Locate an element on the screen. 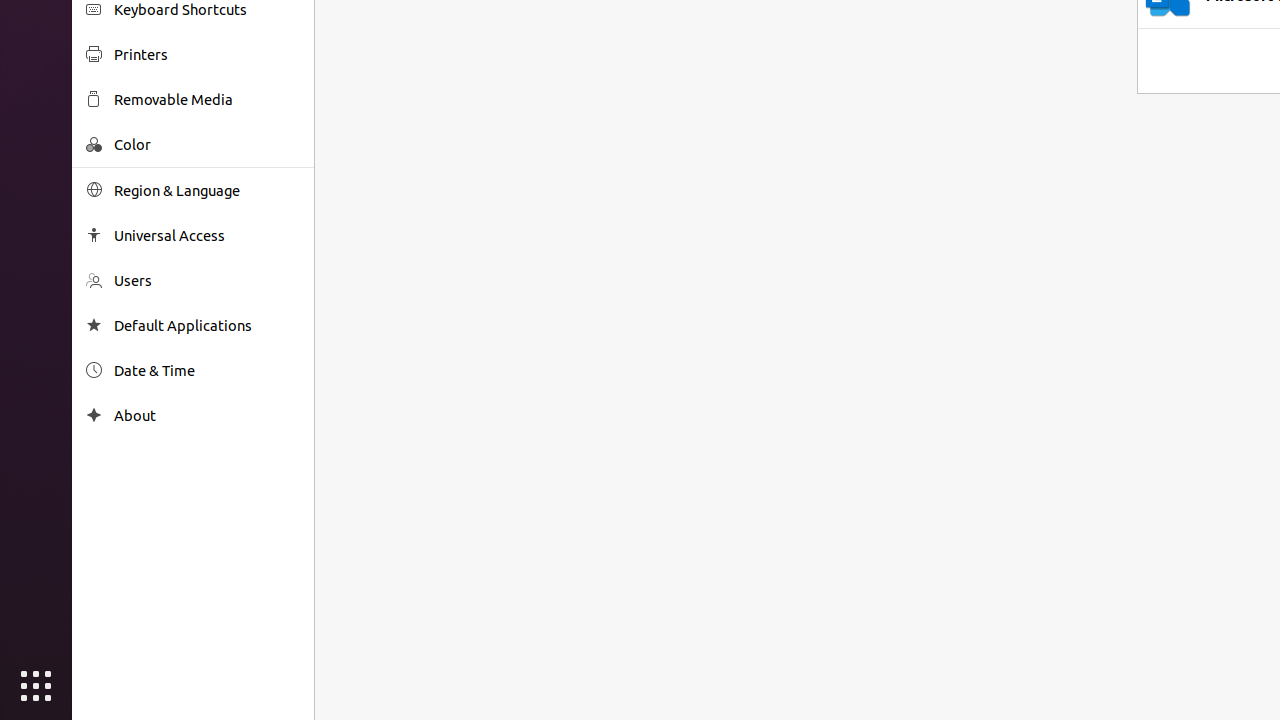 The width and height of the screenshot is (1280, 720). 'Printers' is located at coordinates (206, 53).